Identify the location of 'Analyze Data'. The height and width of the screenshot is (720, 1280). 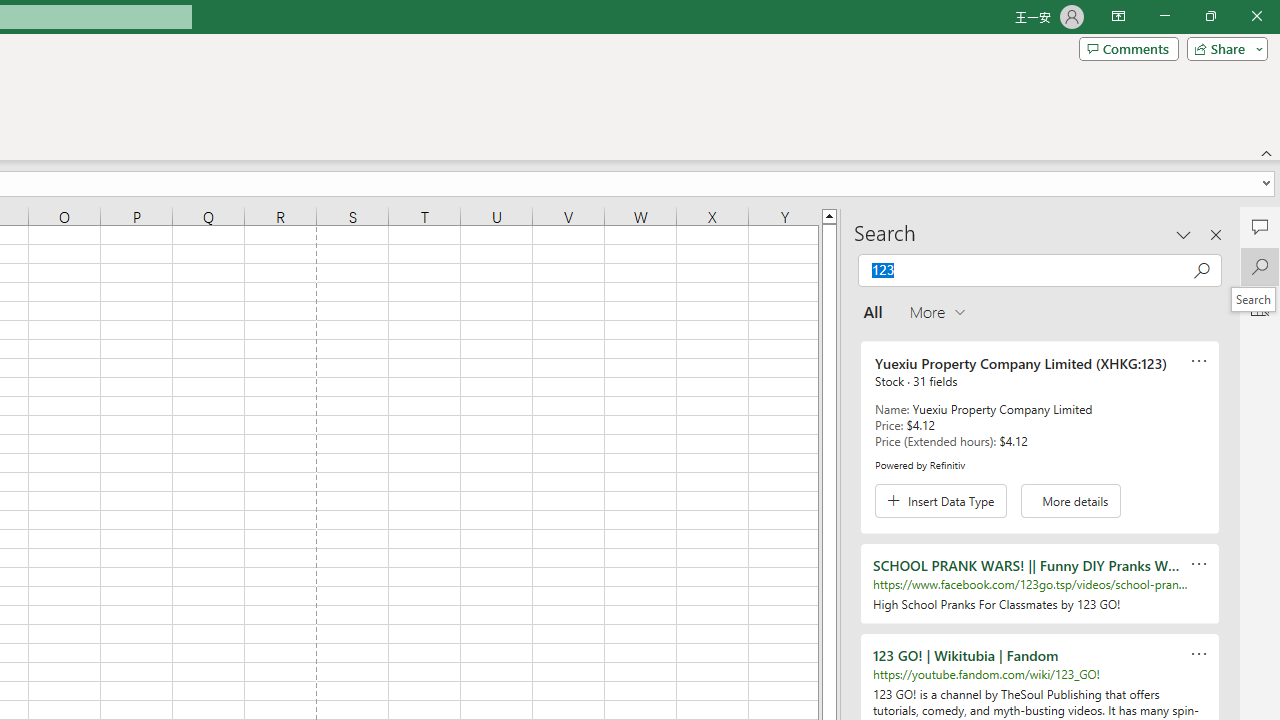
(1259, 307).